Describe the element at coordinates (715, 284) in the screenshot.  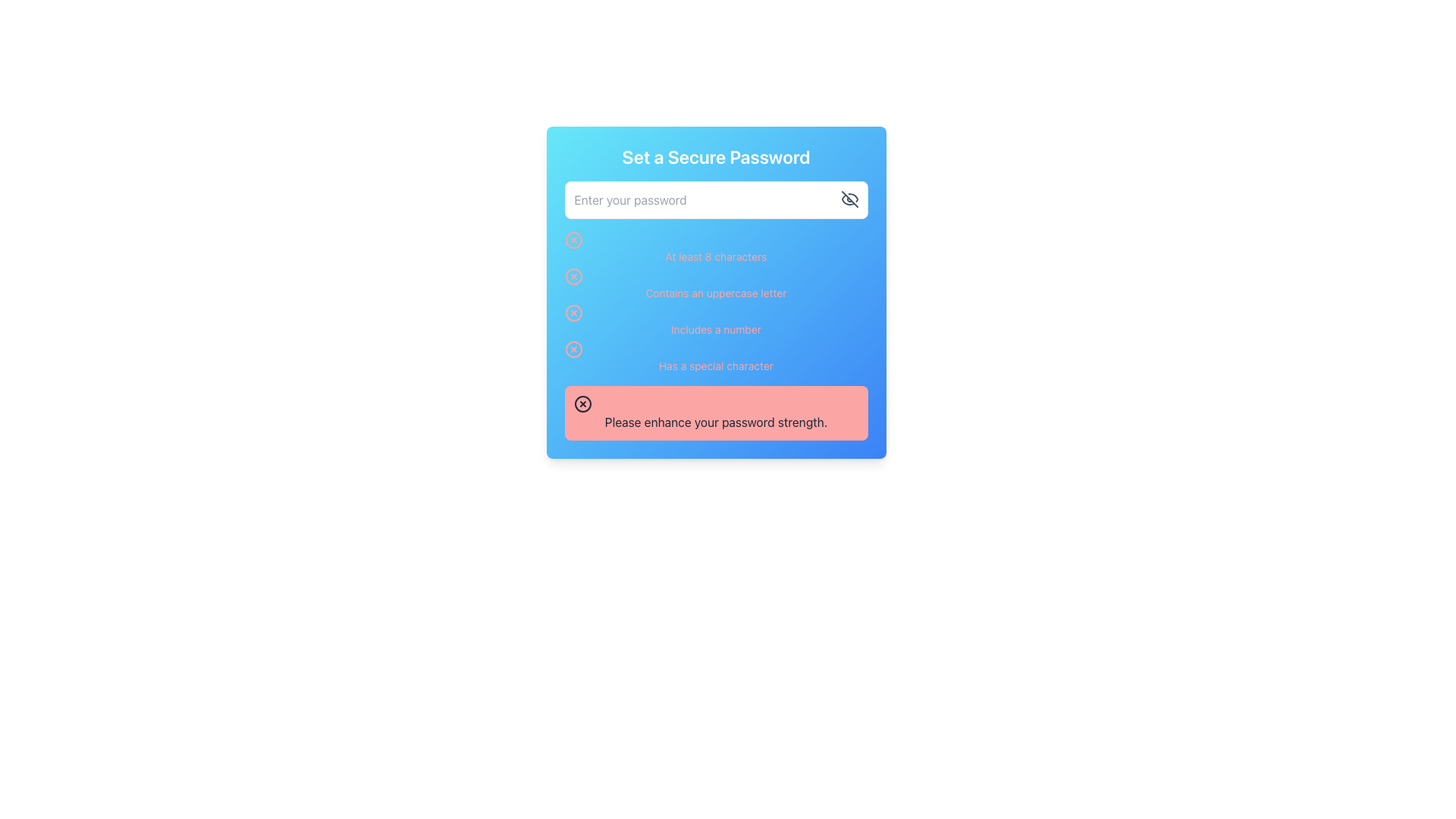
I see `instruction from the text message styled in light red that reads 'Contains an uppercase letter', which is the second item in the password validation messages list` at that location.